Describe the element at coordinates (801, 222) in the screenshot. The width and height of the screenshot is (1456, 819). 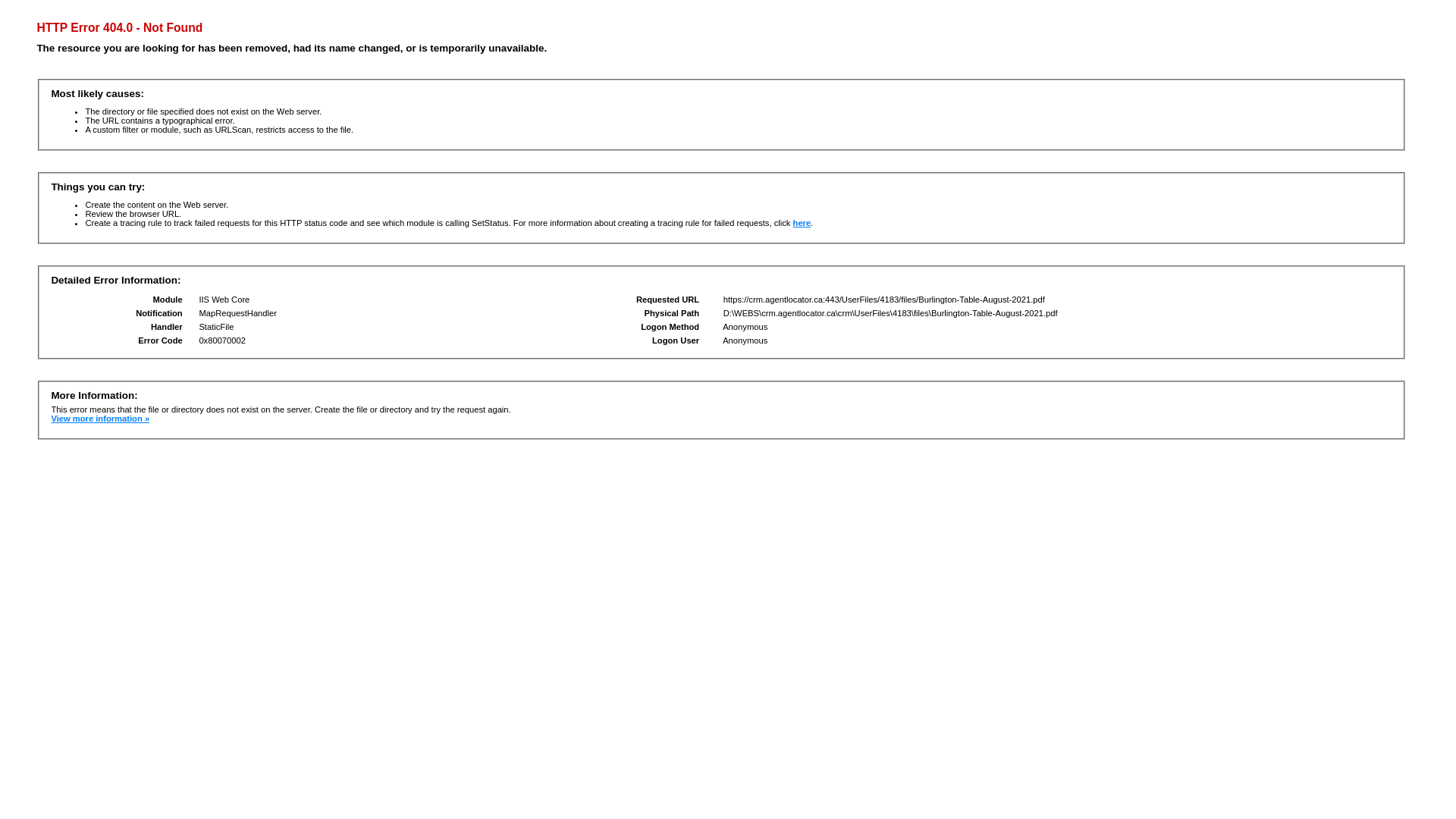
I see `'here'` at that location.